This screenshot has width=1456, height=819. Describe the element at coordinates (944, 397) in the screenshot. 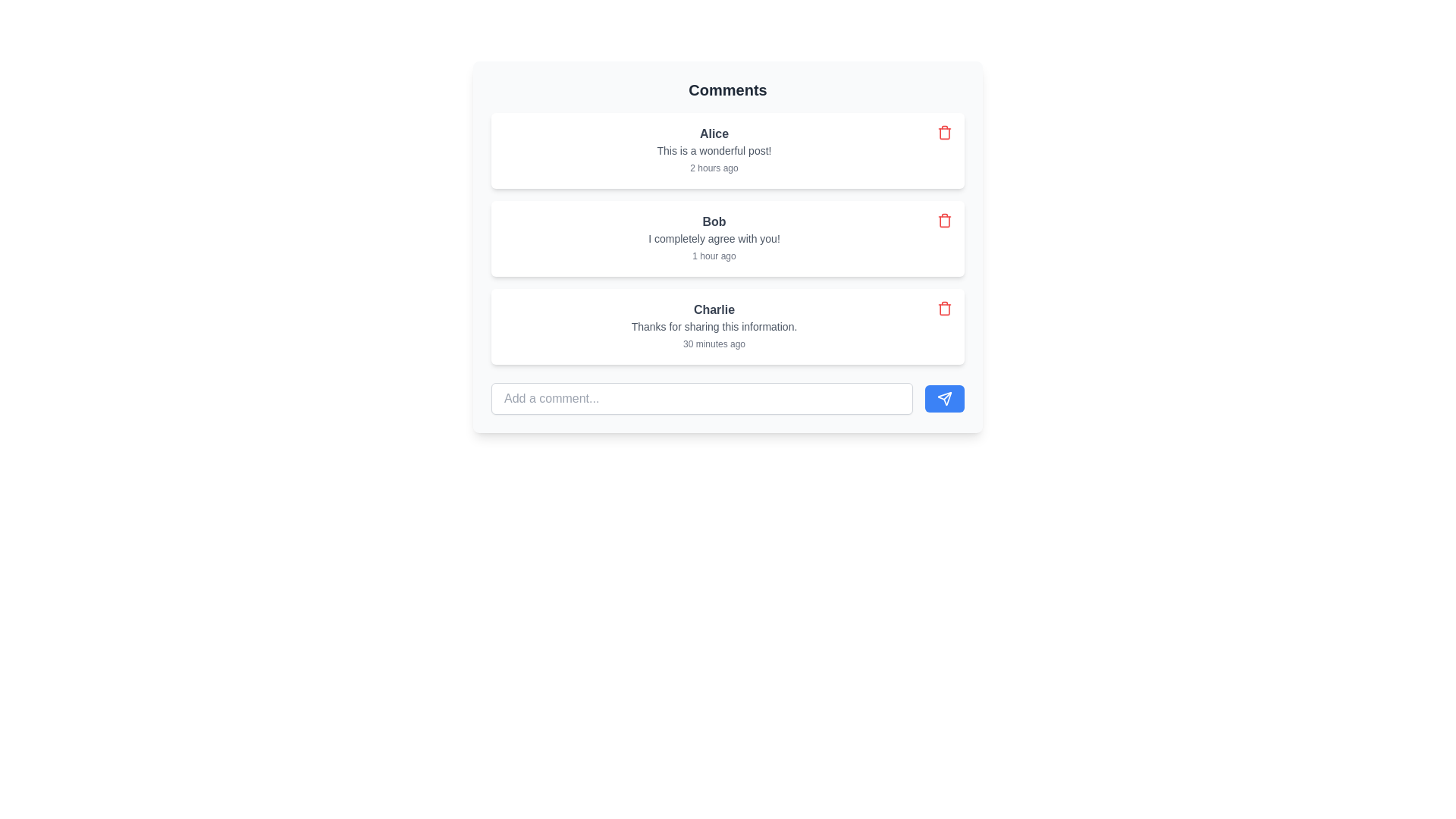

I see `the blue rectangular button with a white upward arrow icon in the bottom-right corner of the comment section to send a comment` at that location.